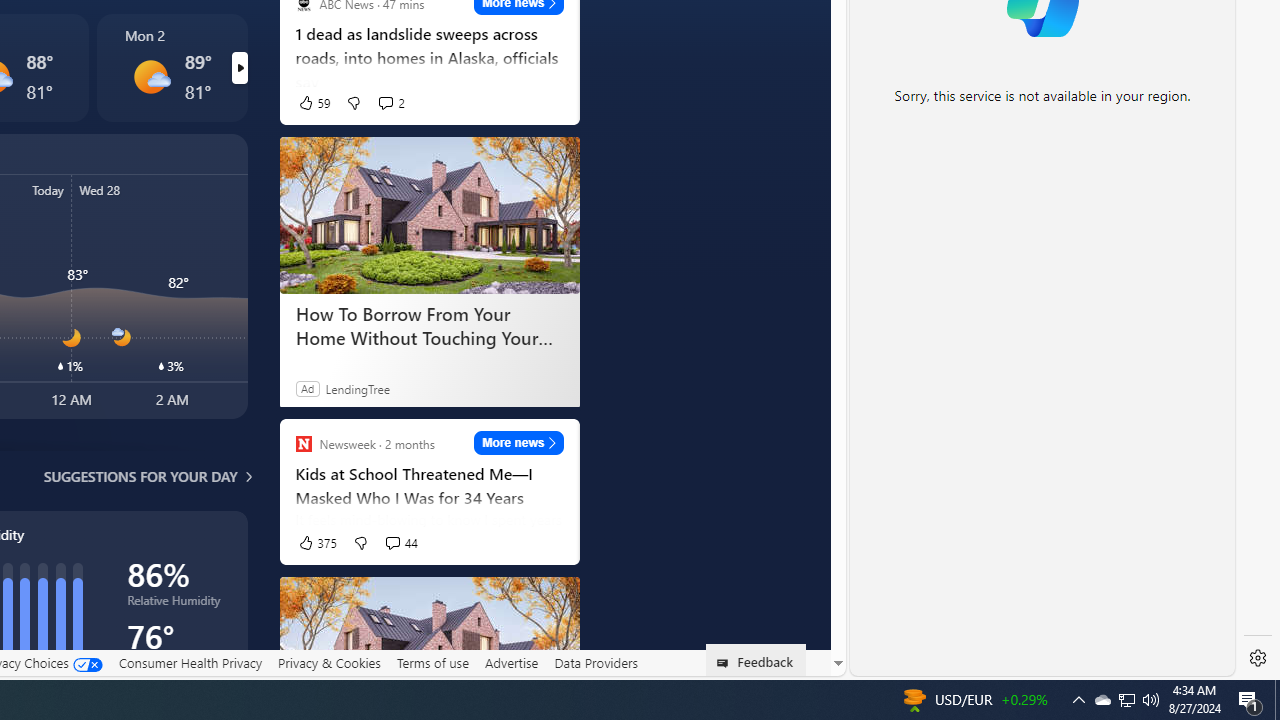 This screenshot has width=1280, height=720. What do you see at coordinates (726, 663) in the screenshot?
I see `'Class: feedback_link_icon-DS-EntryPoint1-1'` at bounding box center [726, 663].